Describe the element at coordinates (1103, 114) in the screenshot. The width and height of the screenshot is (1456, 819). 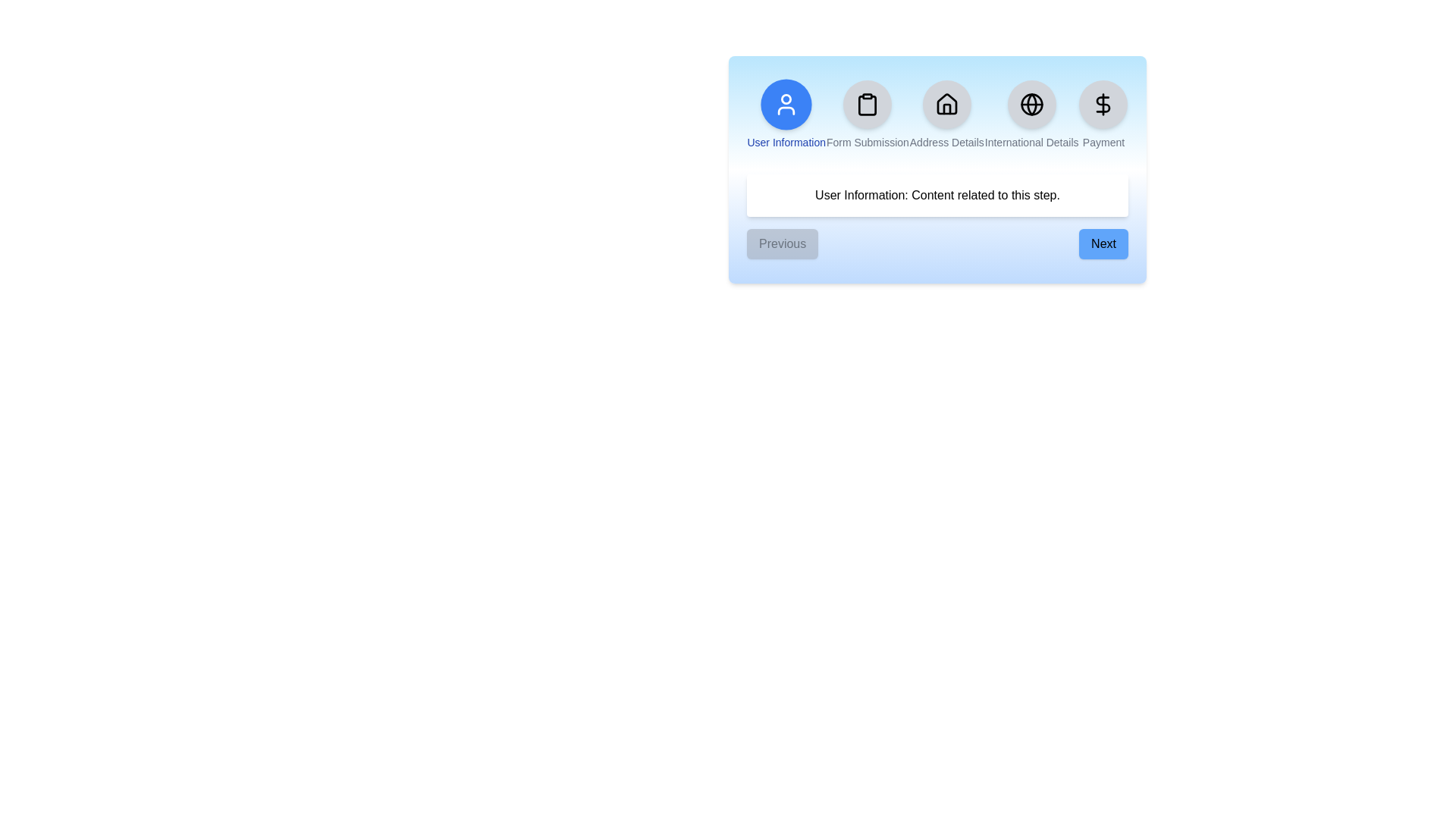
I see `the step indicator for Payment to navigate to that step` at that location.